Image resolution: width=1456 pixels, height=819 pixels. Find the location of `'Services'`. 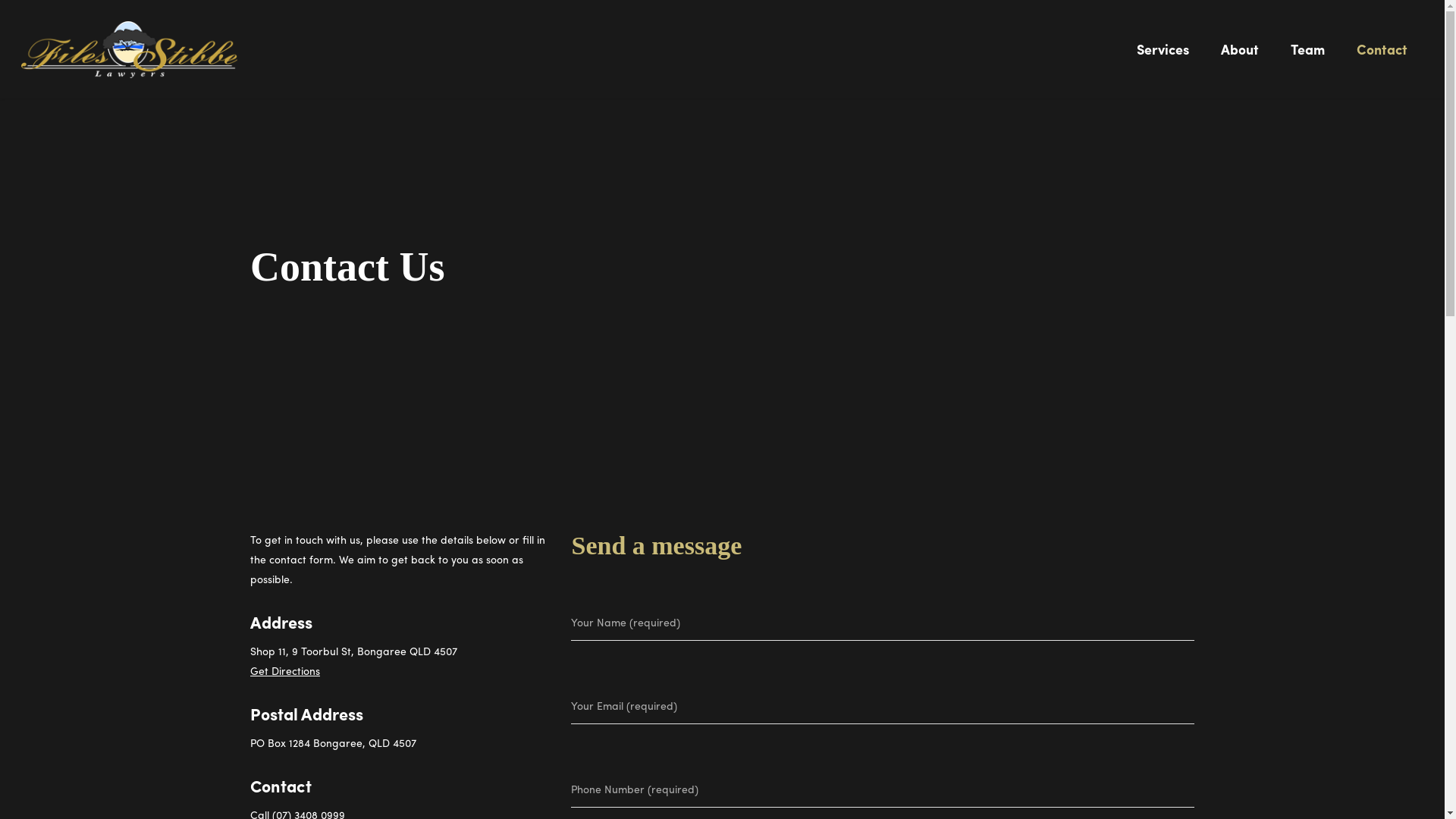

'Services' is located at coordinates (1121, 58).